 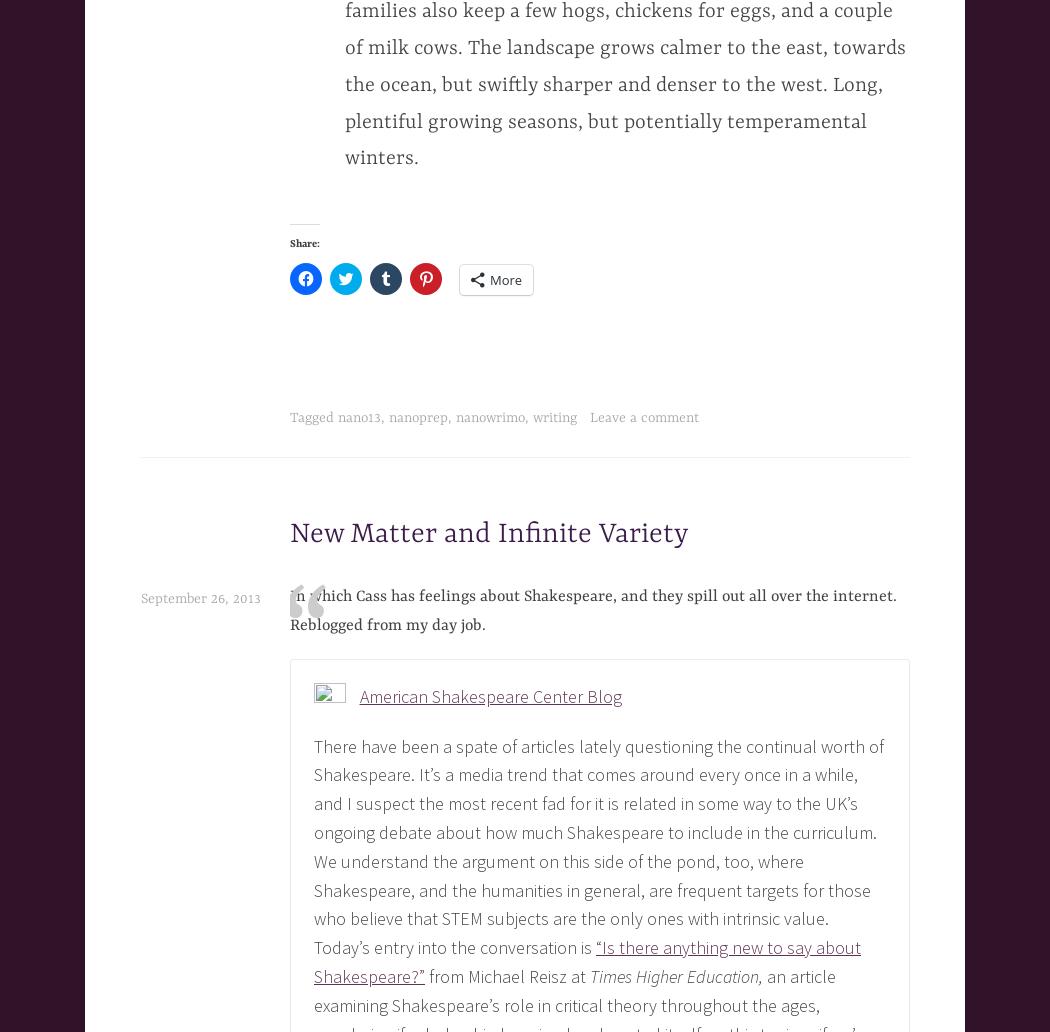 I want to click on 'Leave a comment', so click(x=588, y=416).